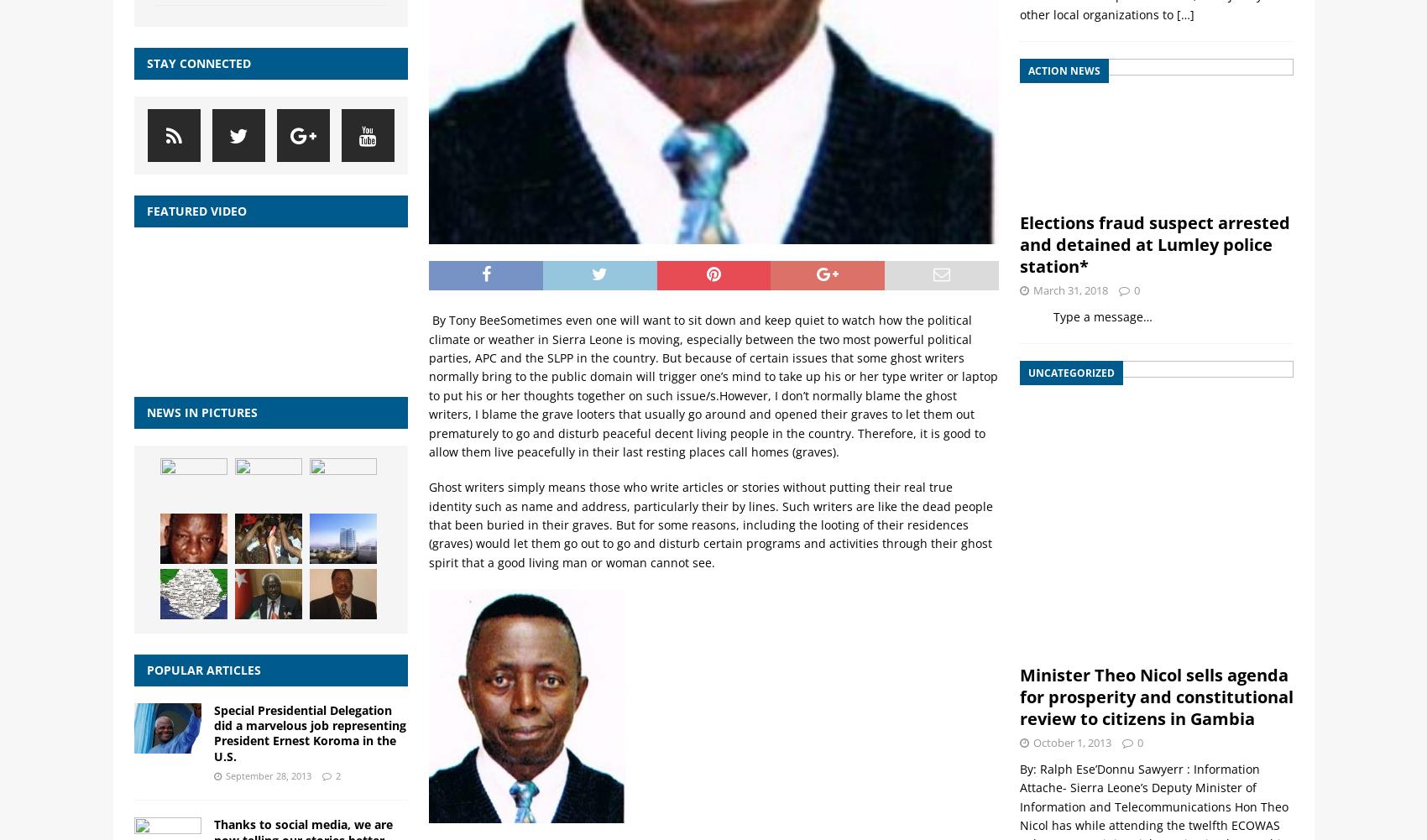  I want to click on 'Special Presidential Delegation did a marvelous job representing President Ernest Koroma in the U.S.', so click(308, 733).